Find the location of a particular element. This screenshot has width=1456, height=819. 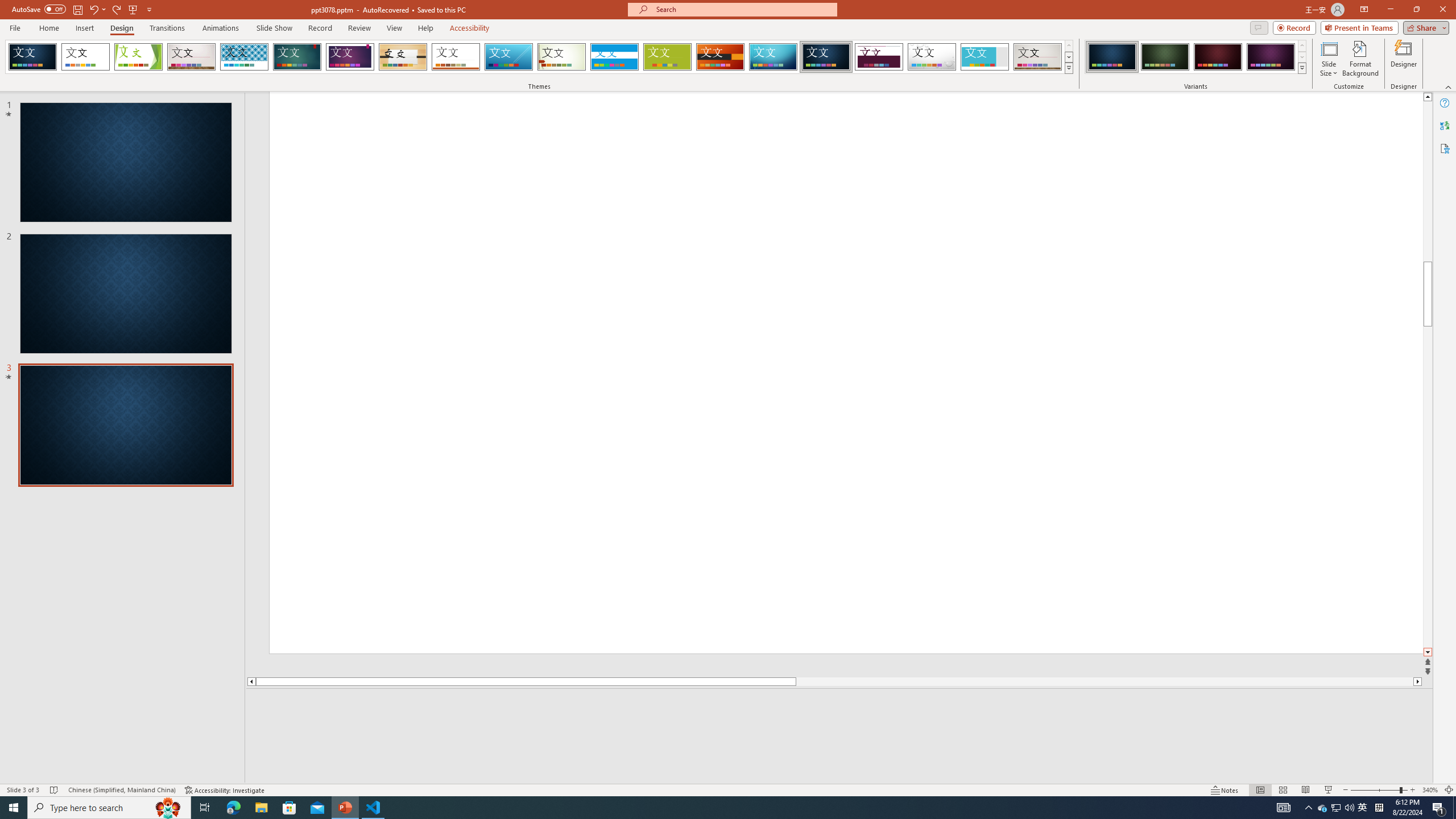

'Organic' is located at coordinates (403, 56).